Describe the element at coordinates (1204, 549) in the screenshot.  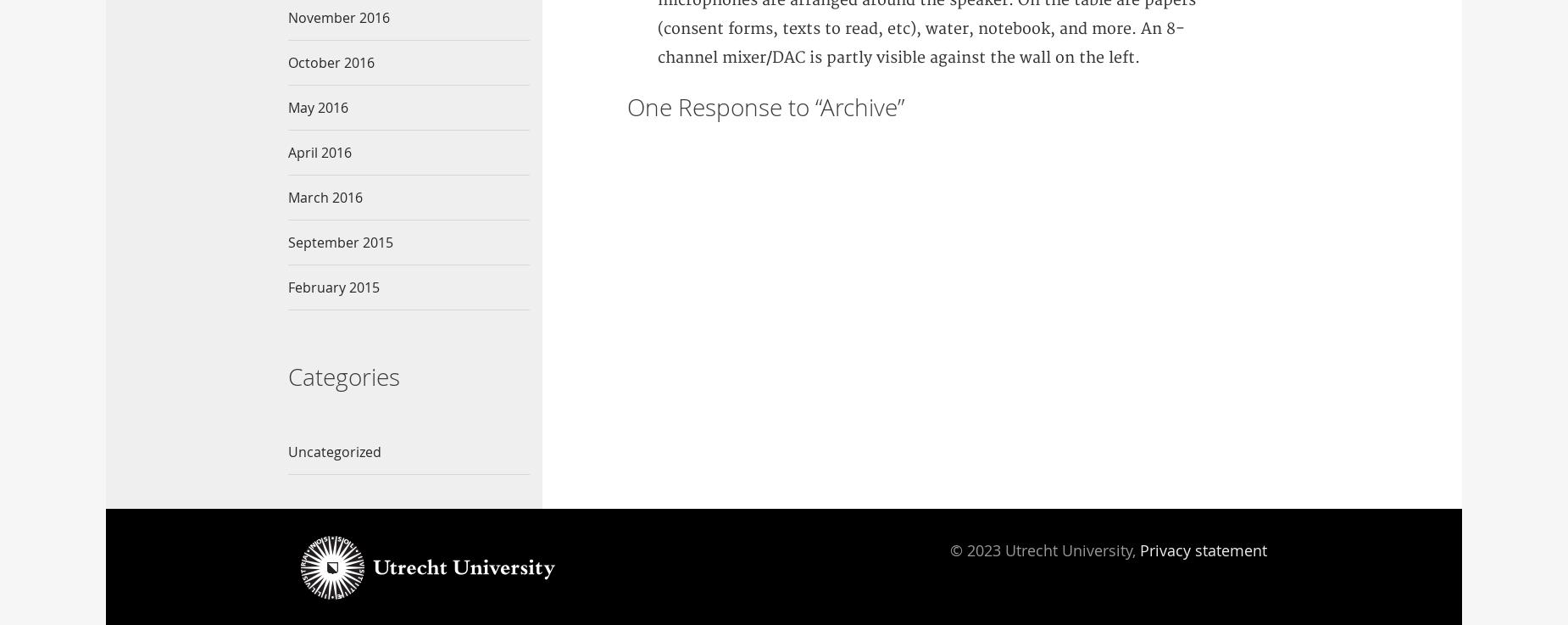
I see `'Privacy statement'` at that location.